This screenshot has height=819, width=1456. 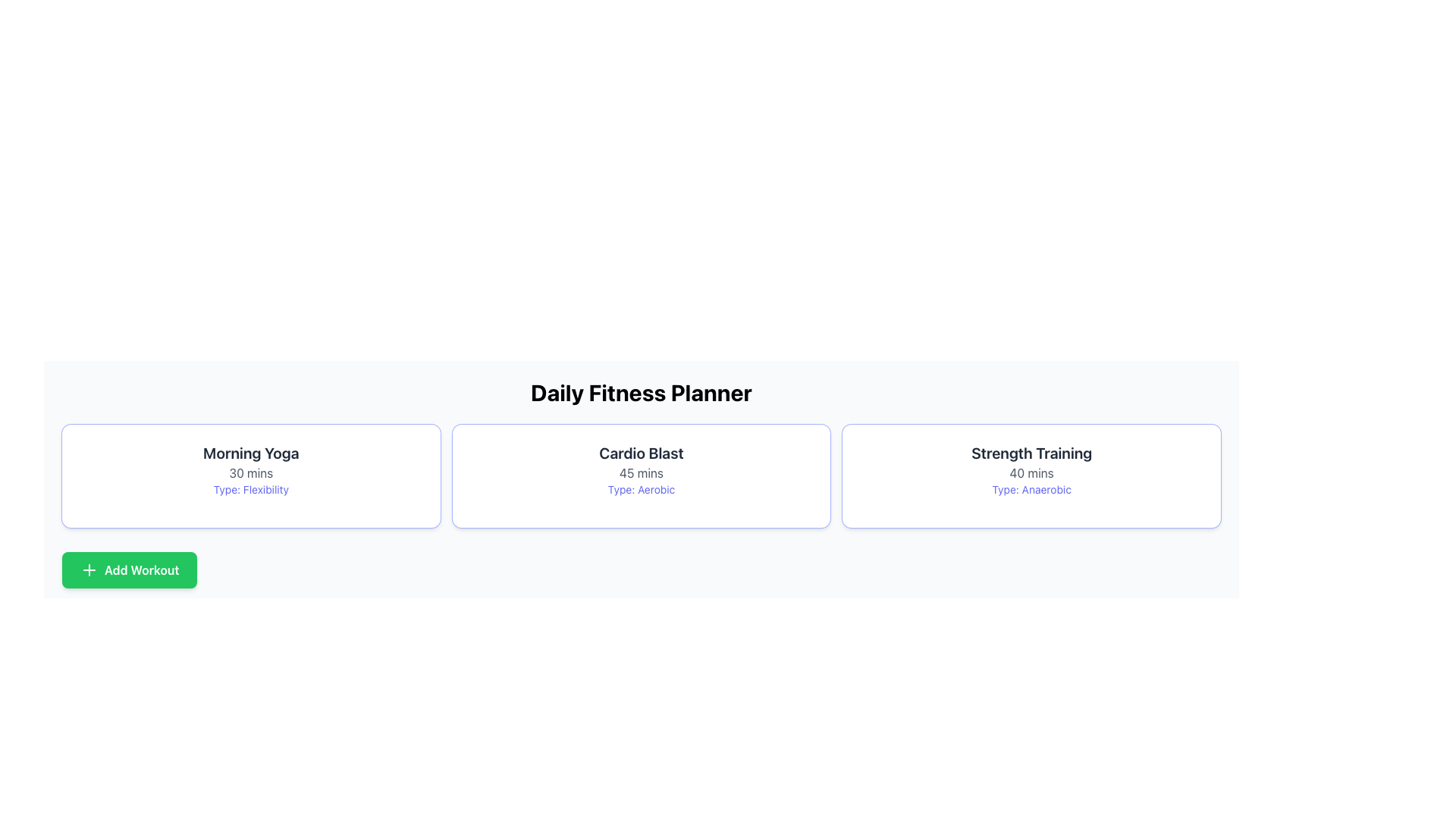 What do you see at coordinates (1031, 472) in the screenshot?
I see `the static text displaying '40 mins' which is located in the card labeled 'Strength Training', positioned between 'Strength Training' at the top and 'Type: Anaerobic' at the bottom` at bounding box center [1031, 472].